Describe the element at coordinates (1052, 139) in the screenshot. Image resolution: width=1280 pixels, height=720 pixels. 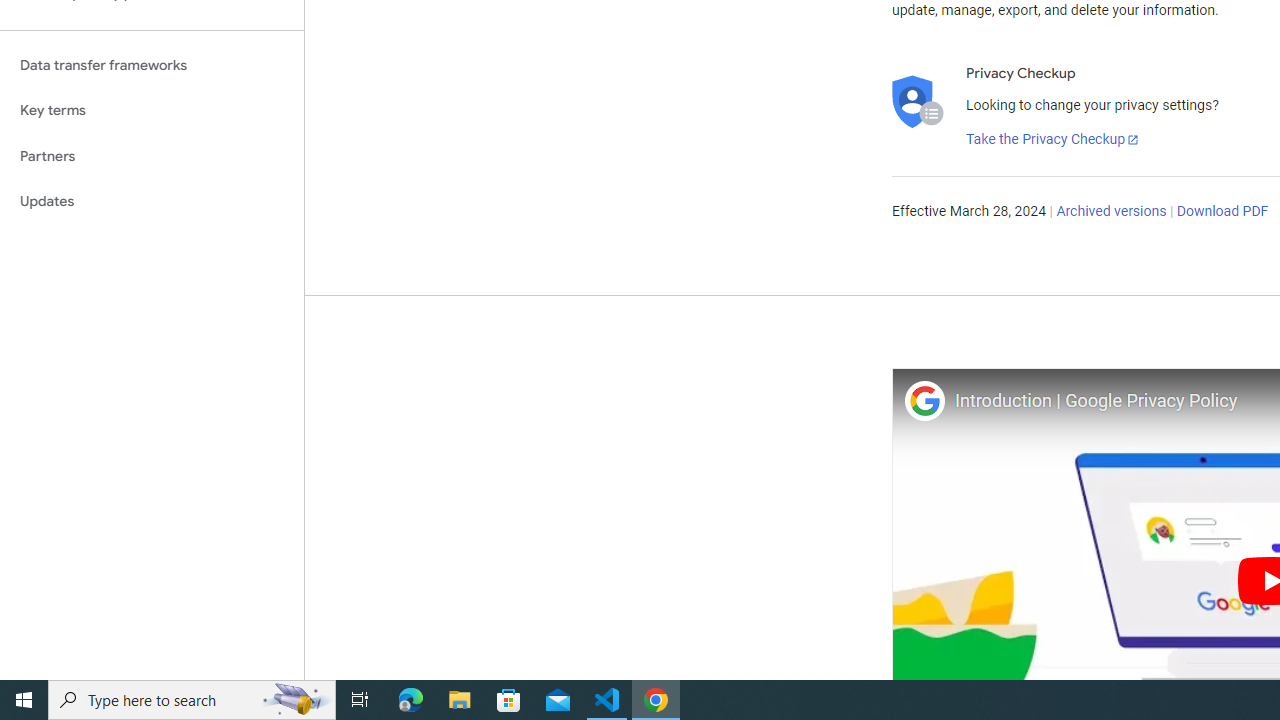
I see `'Take the Privacy Checkup'` at that location.